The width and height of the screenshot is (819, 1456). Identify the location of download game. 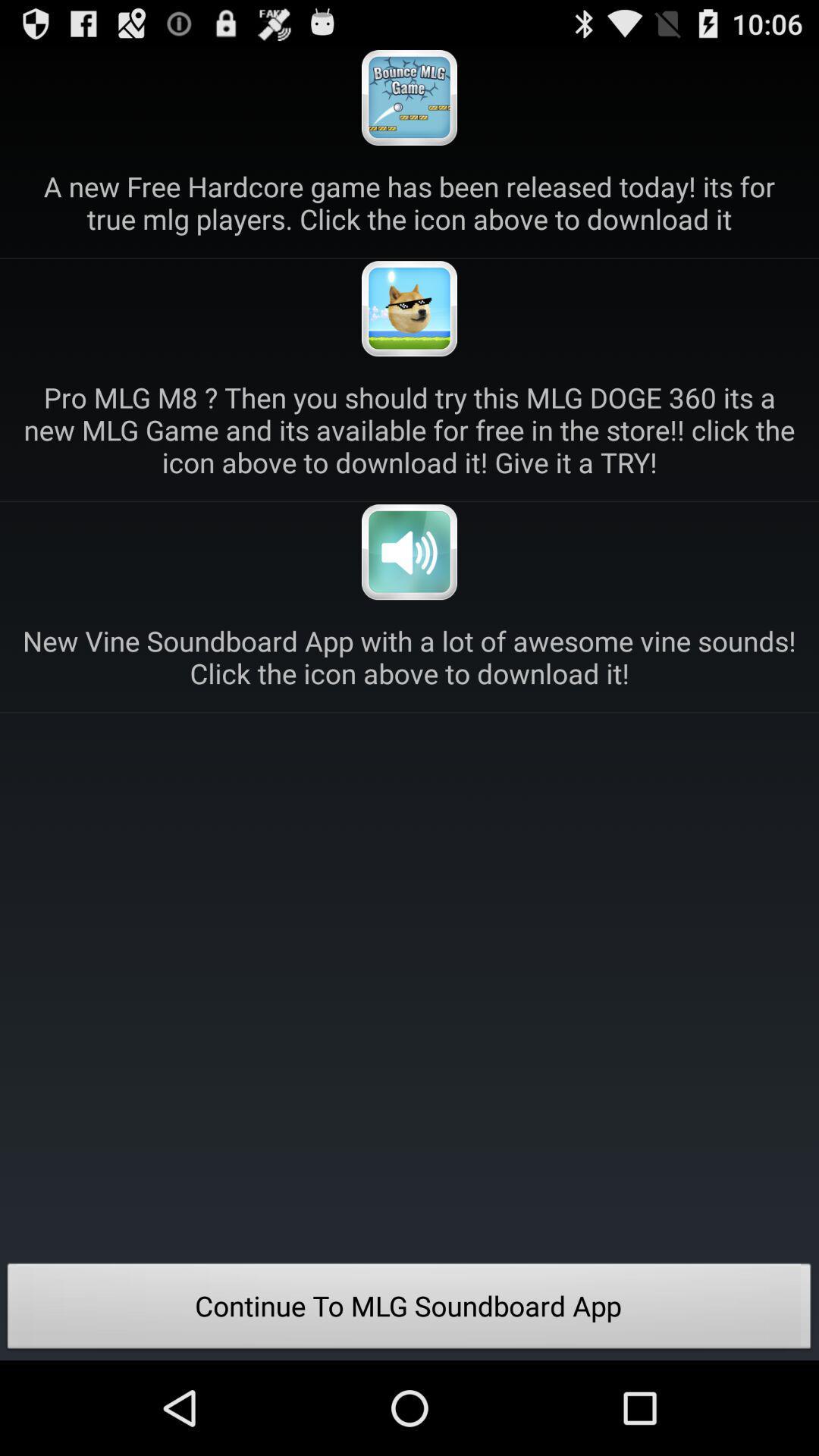
(409, 308).